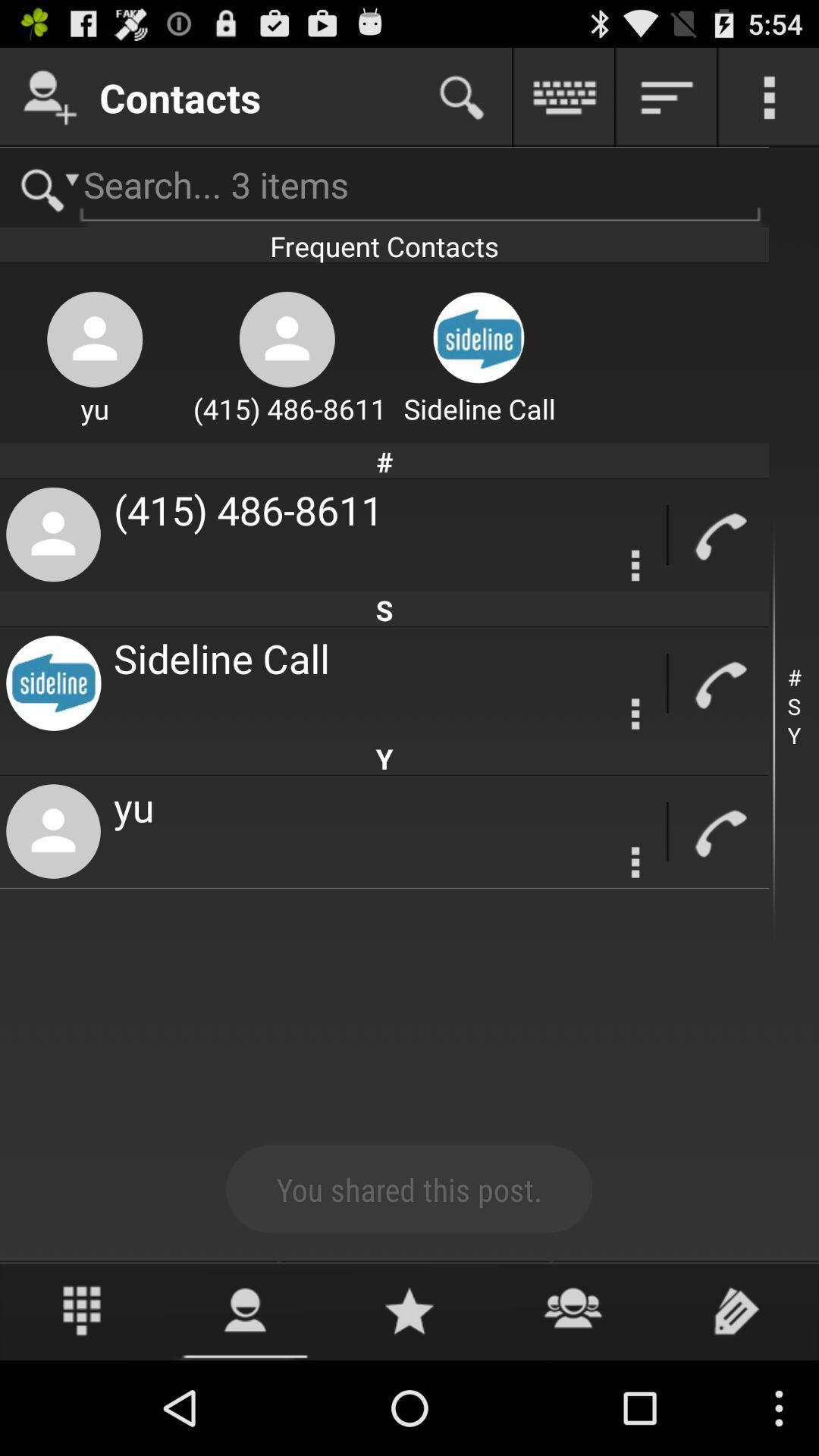 This screenshot has width=819, height=1456. What do you see at coordinates (573, 1310) in the screenshot?
I see `open contacts` at bounding box center [573, 1310].